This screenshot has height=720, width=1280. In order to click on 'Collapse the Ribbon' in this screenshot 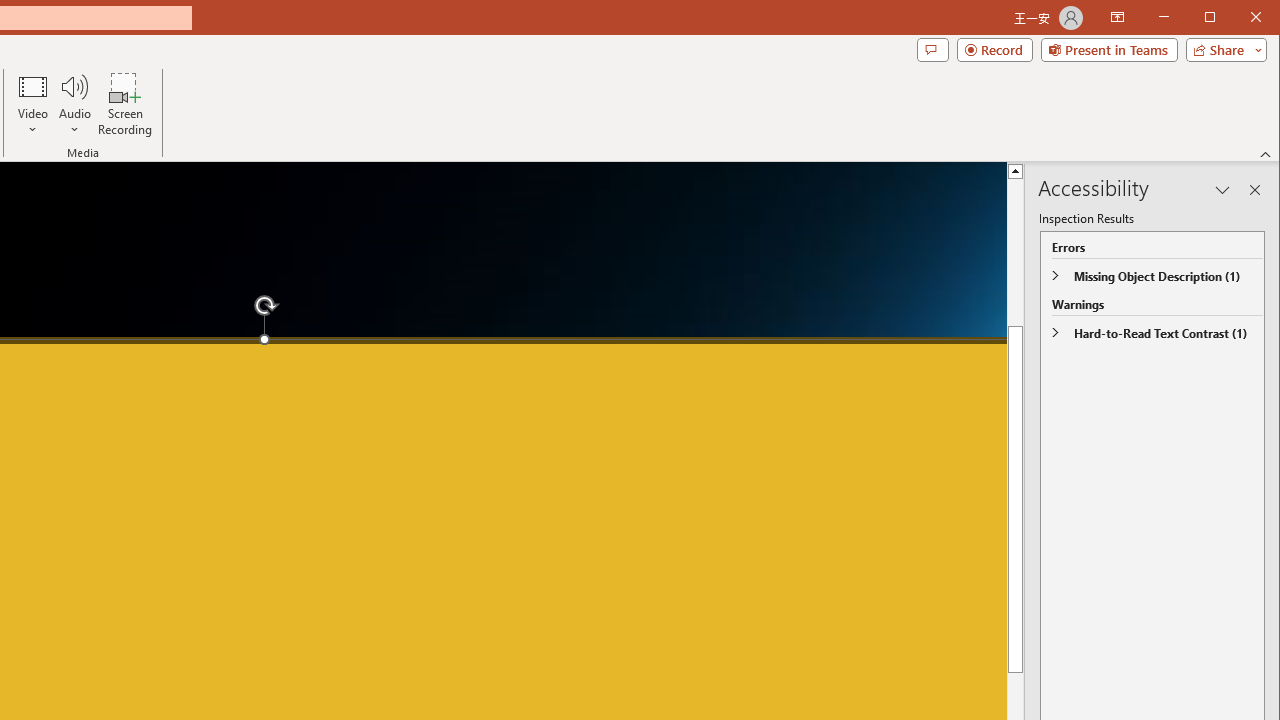, I will do `click(1265, 153)`.